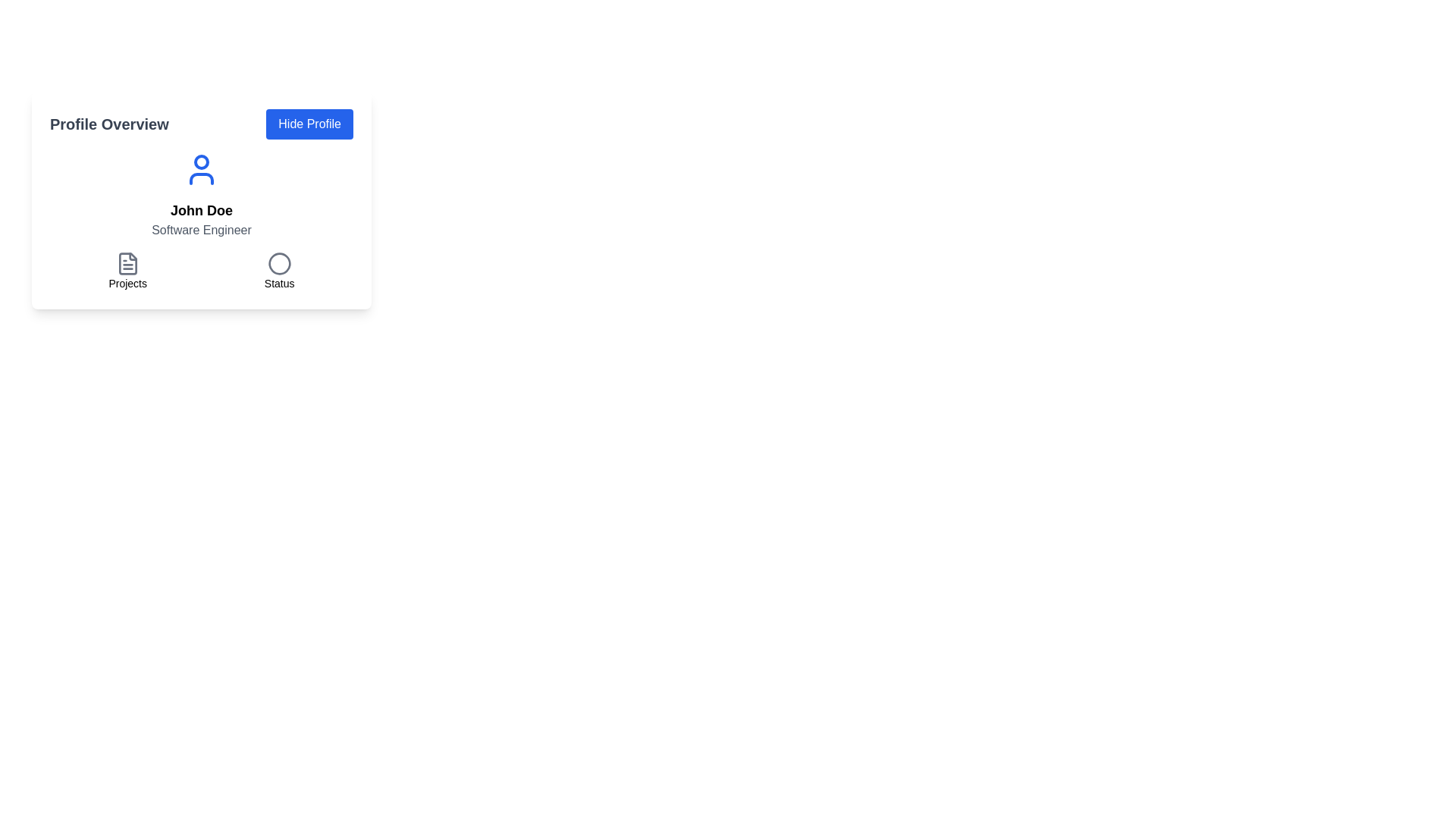 Image resolution: width=1456 pixels, height=819 pixels. I want to click on the Text label that describes the circular icon above it, located in the bottom-right section of the card layout, so click(279, 284).